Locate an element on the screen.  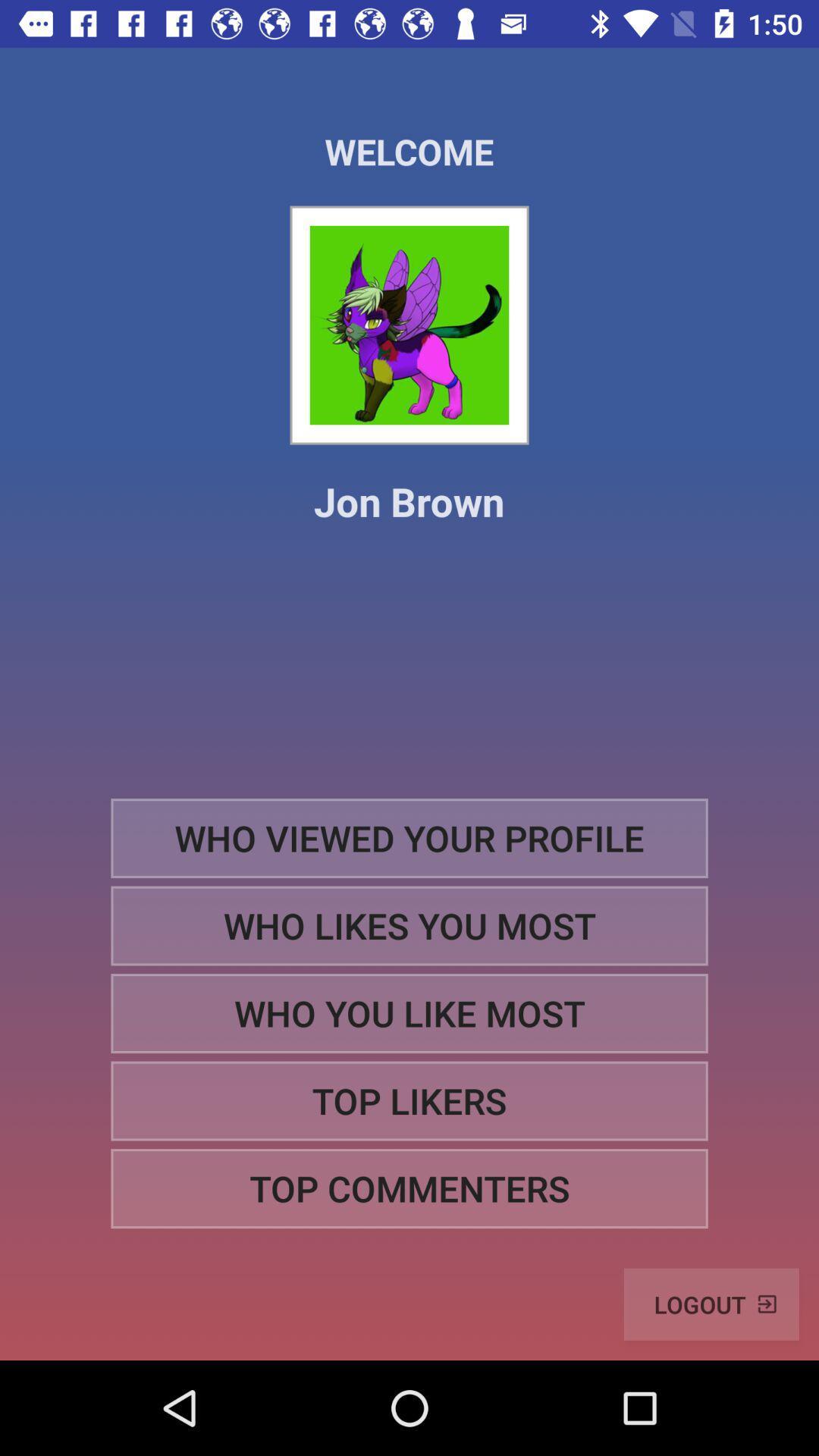
the top commenters is located at coordinates (409, 1188).